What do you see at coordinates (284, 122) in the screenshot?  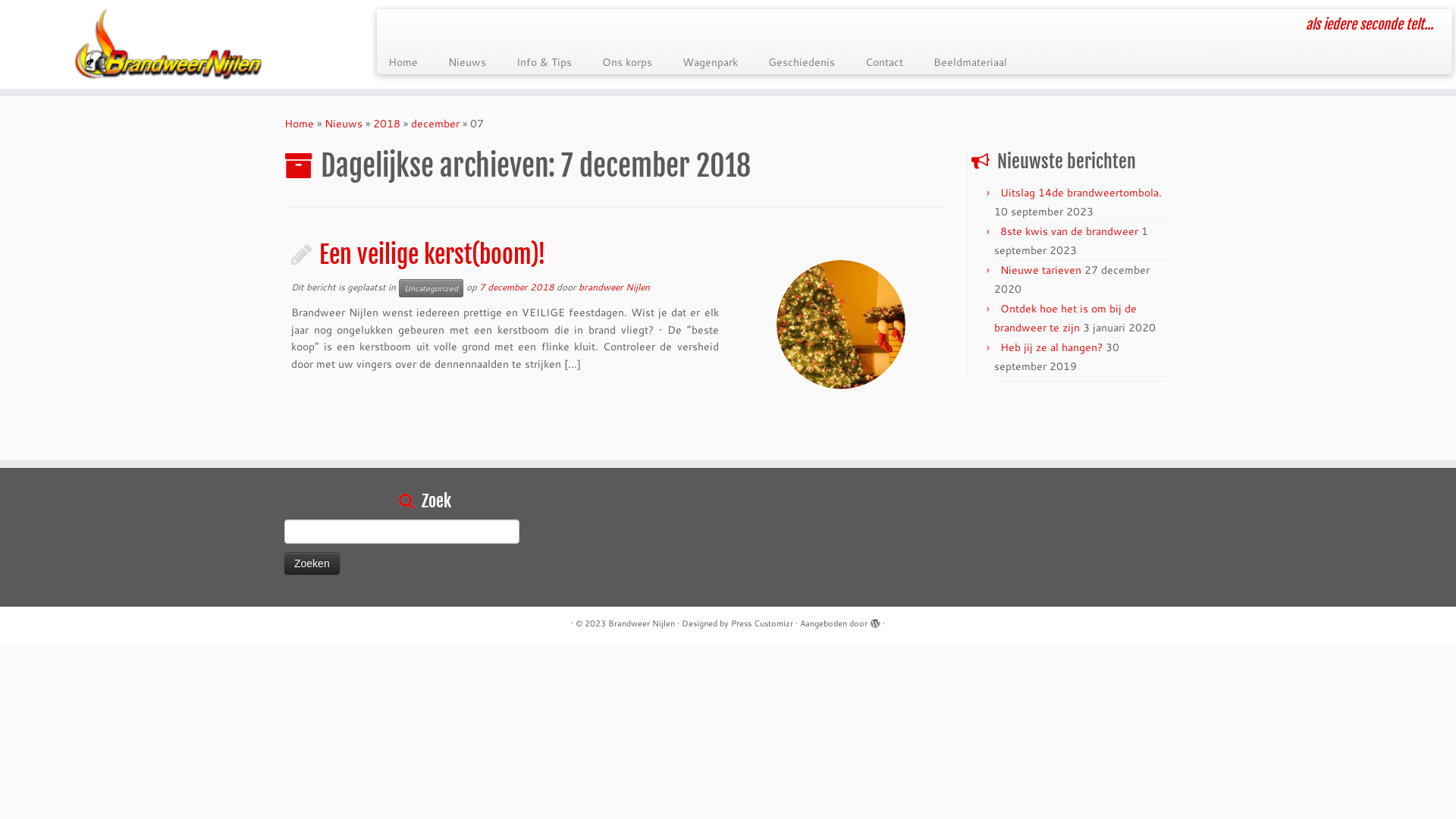 I see `'Home'` at bounding box center [284, 122].